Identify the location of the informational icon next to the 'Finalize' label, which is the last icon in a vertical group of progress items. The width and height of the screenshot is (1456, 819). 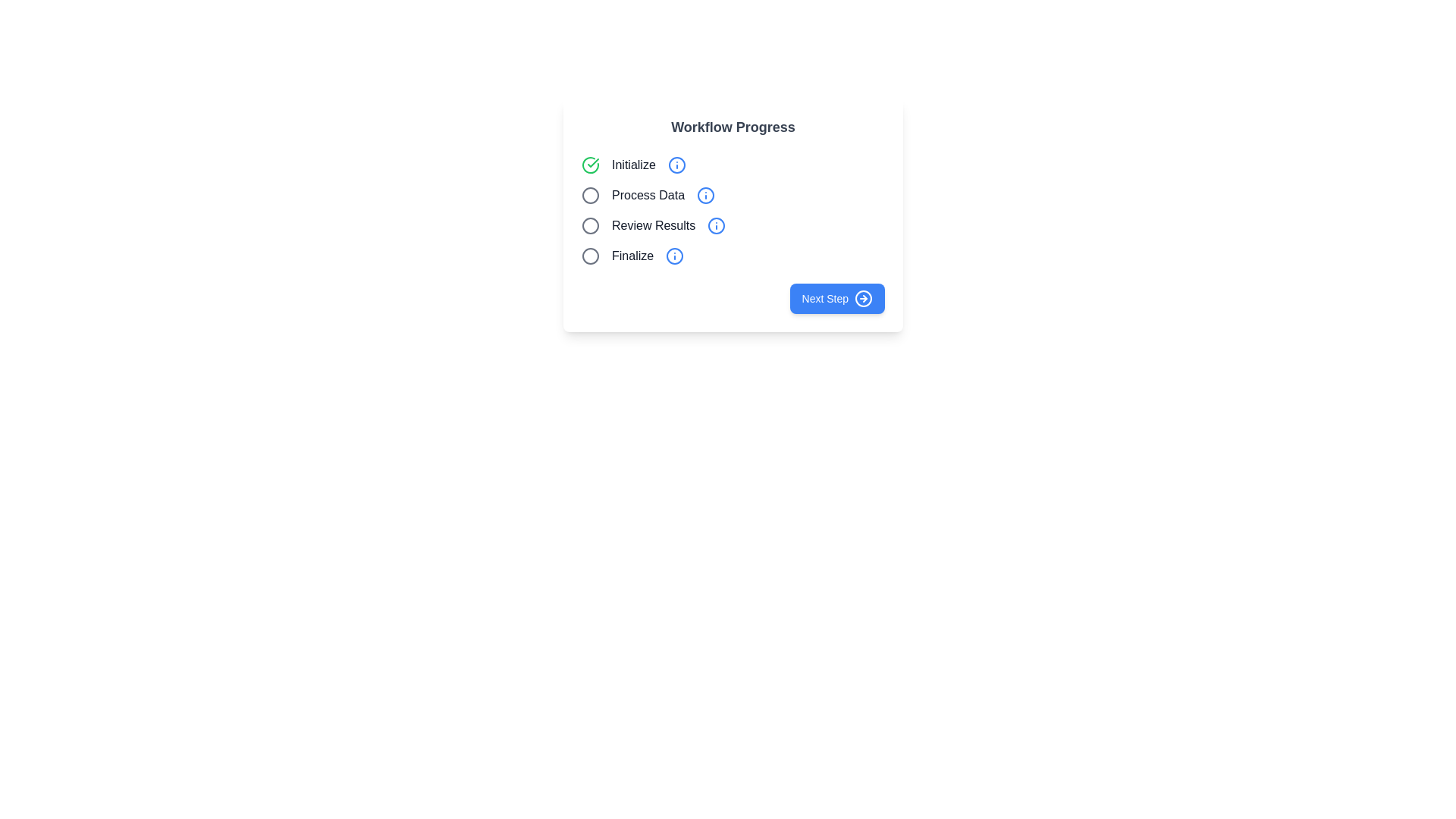
(674, 256).